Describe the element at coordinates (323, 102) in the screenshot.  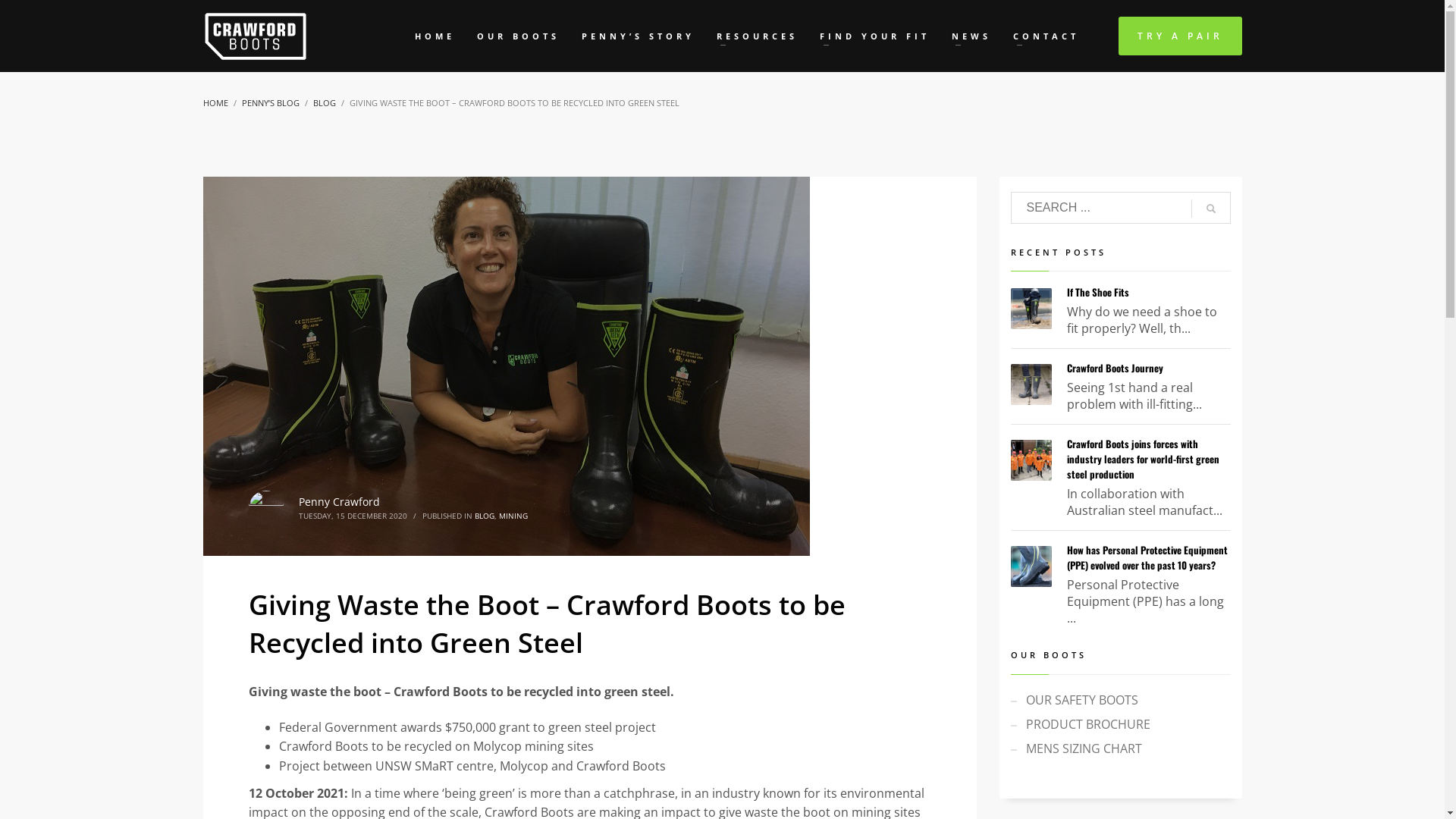
I see `'BLOG'` at that location.